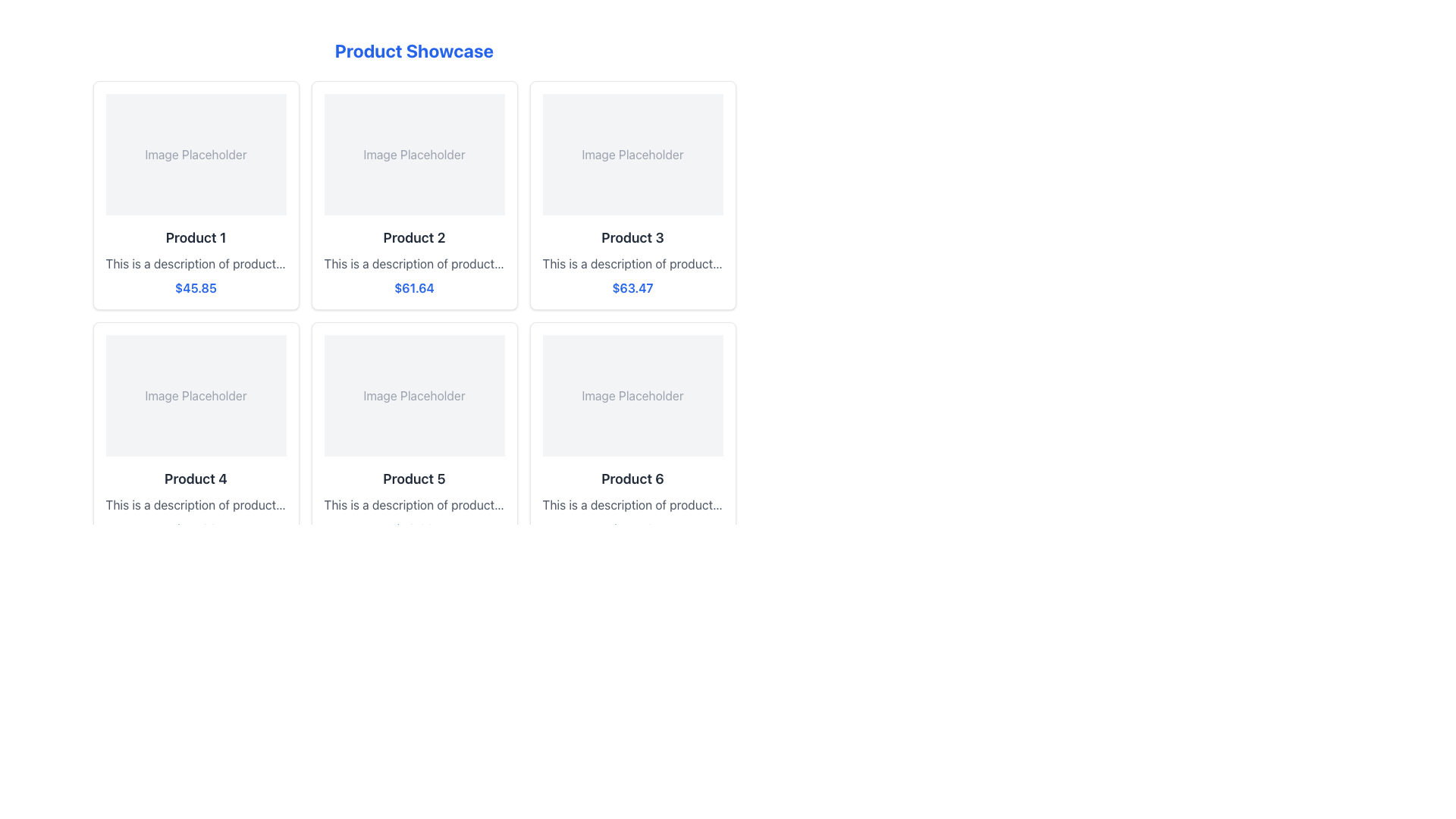  What do you see at coordinates (414, 505) in the screenshot?
I see `brief description text of 'Product 5', which is the third text element in the card located in the second row and second column of the grid layout` at bounding box center [414, 505].